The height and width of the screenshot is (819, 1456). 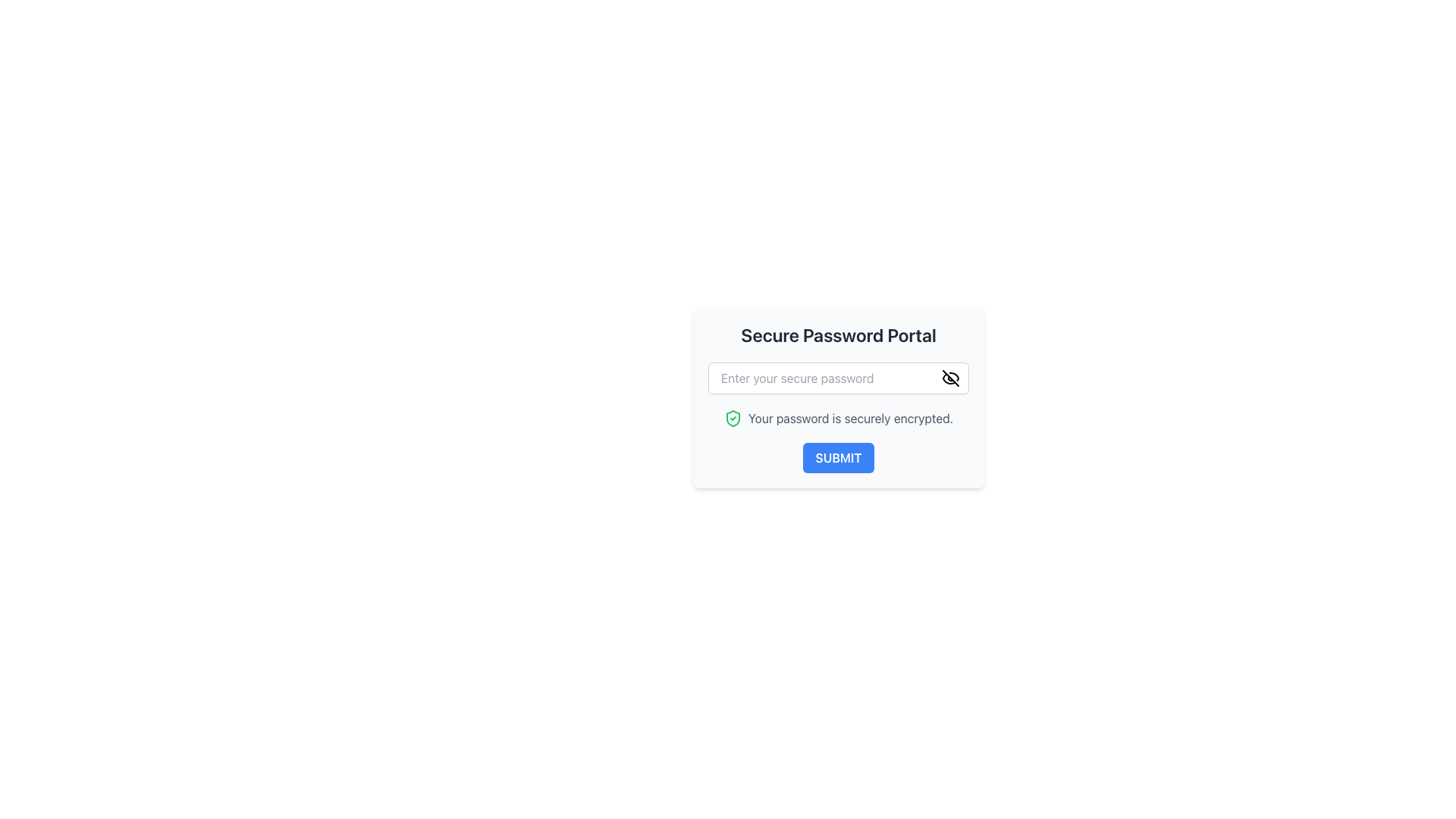 What do you see at coordinates (949, 377) in the screenshot?
I see `the password visibility toggle icon, which is an eye-off icon styled in black and positioned at the far-right edge of the 'Enter your secure password' input field` at bounding box center [949, 377].